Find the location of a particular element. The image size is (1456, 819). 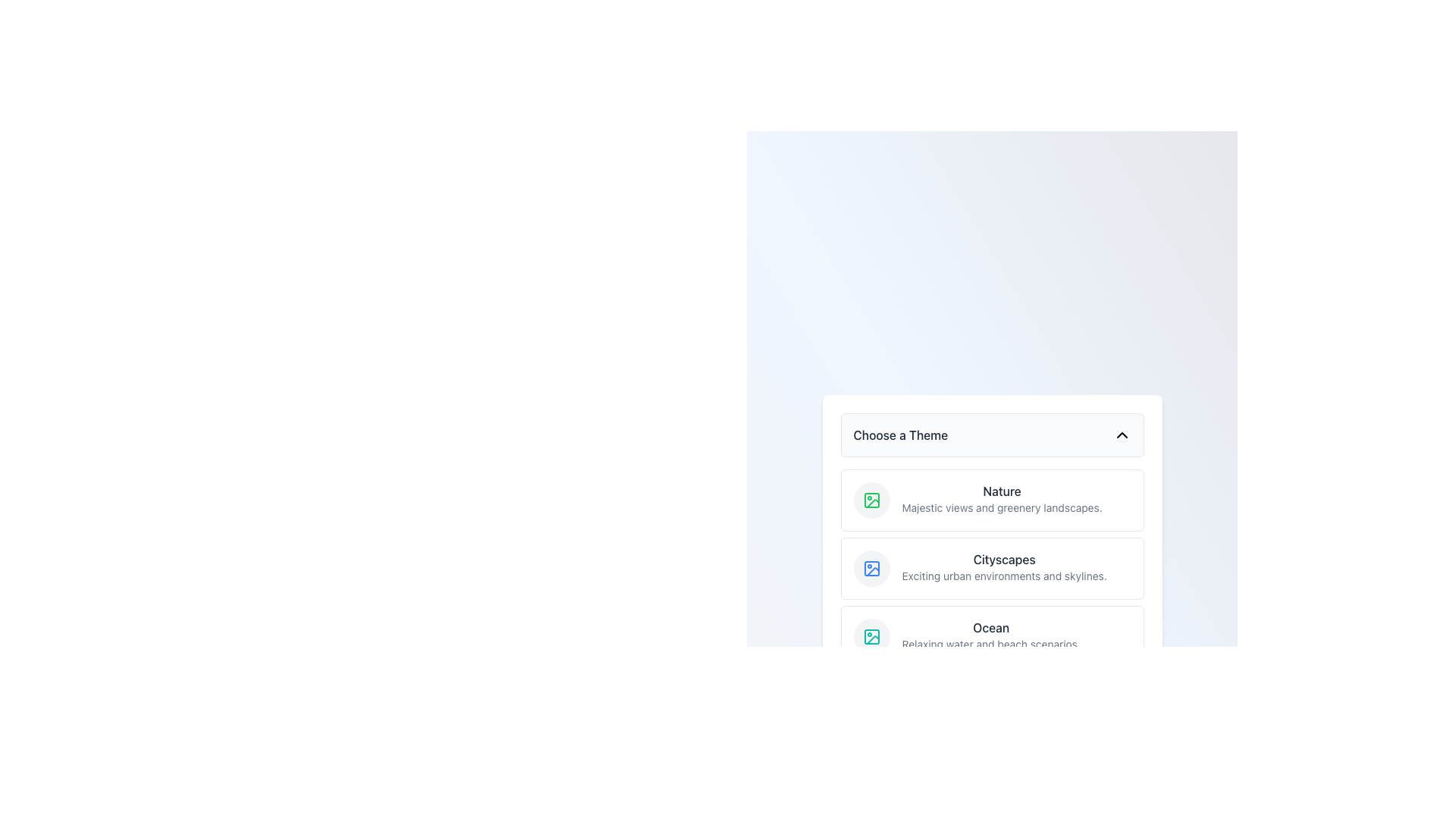

the SVG graphic element representing the 'Ocean' theme icon located at the bottom of the theme selection interface is located at coordinates (871, 637).